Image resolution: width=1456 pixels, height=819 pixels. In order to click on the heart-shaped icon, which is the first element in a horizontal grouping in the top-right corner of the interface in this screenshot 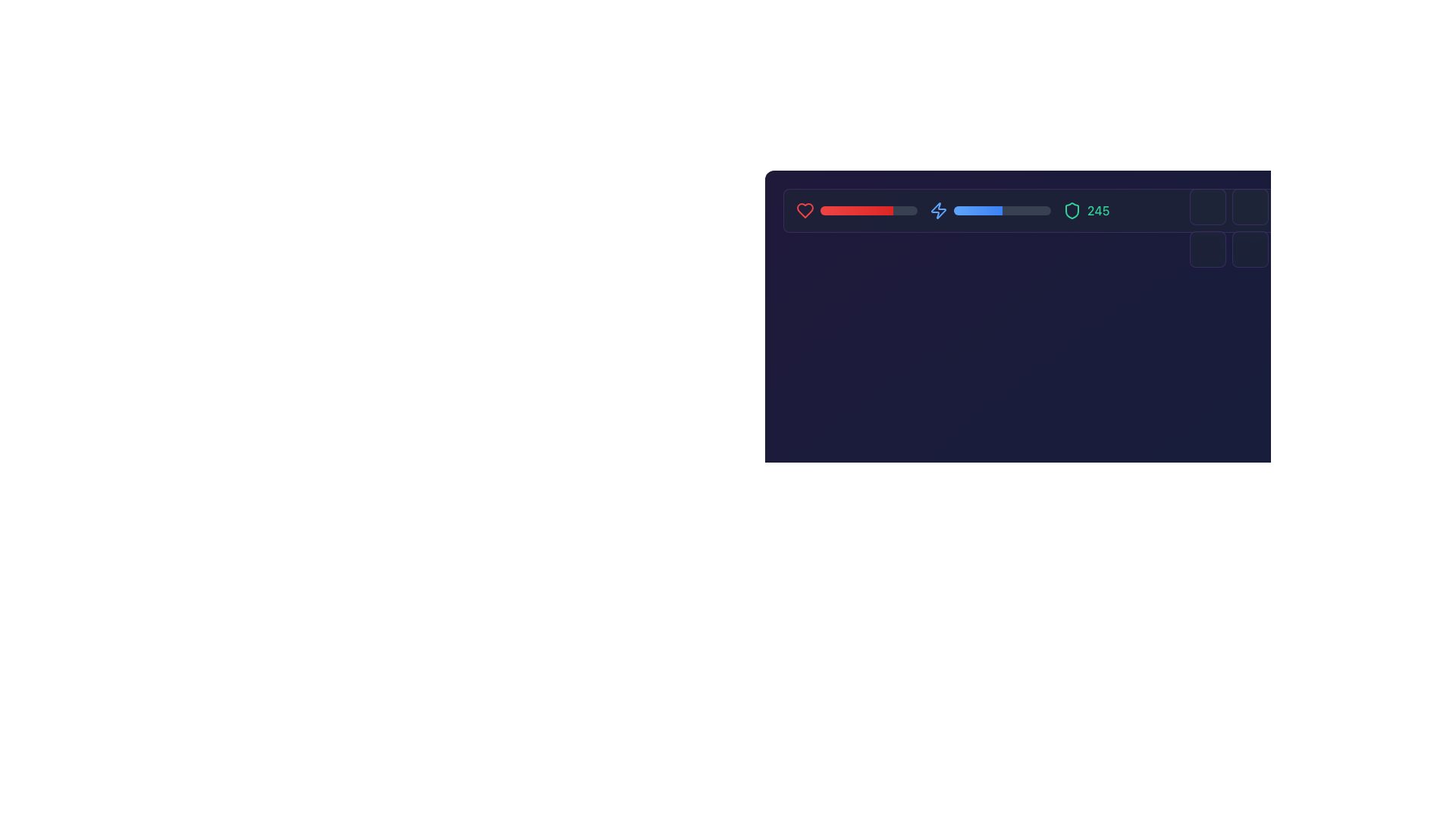, I will do `click(804, 210)`.